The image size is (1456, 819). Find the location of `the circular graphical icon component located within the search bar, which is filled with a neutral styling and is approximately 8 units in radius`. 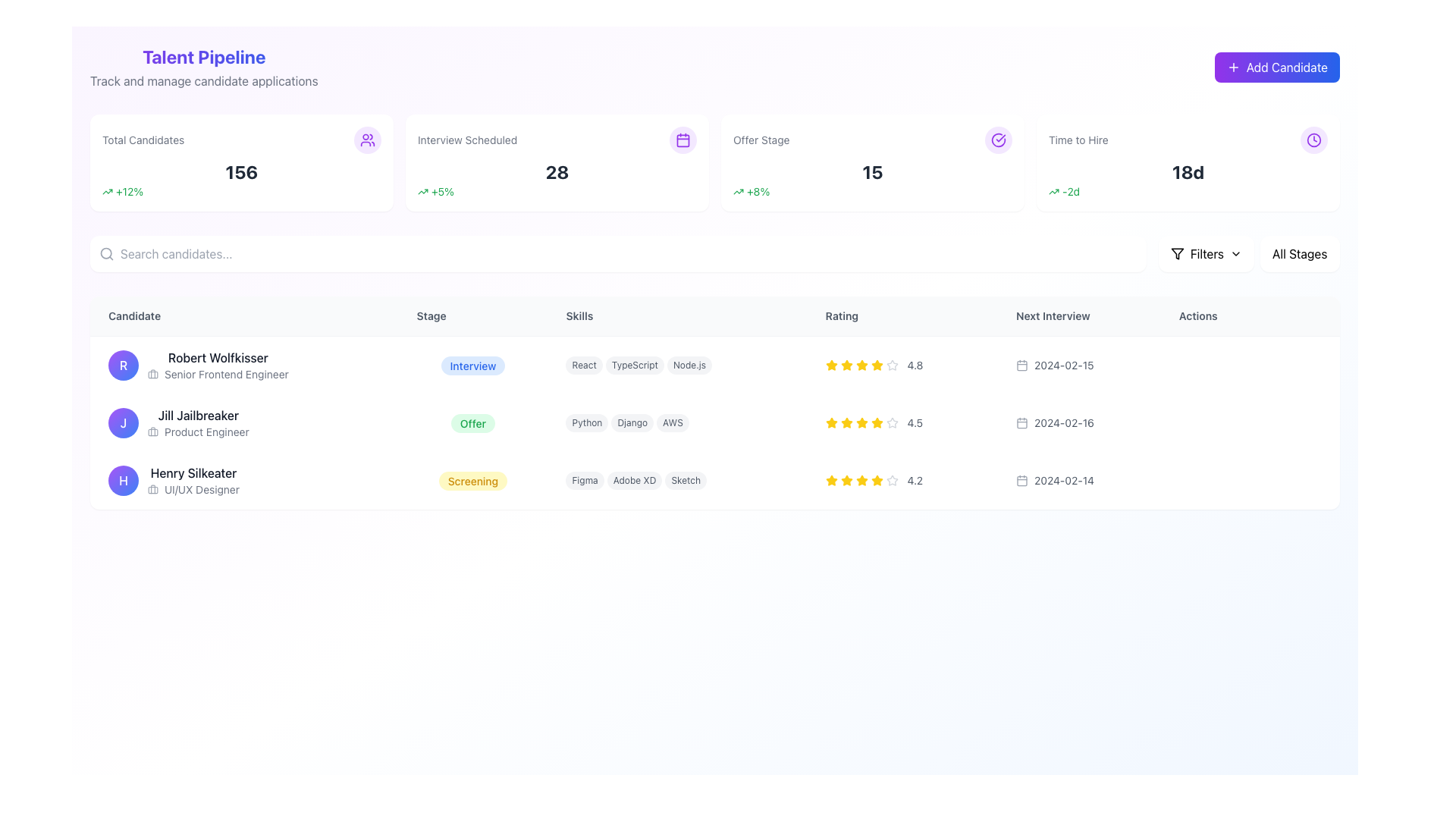

the circular graphical icon component located within the search bar, which is filled with a neutral styling and is approximately 8 units in radius is located at coordinates (105, 253).